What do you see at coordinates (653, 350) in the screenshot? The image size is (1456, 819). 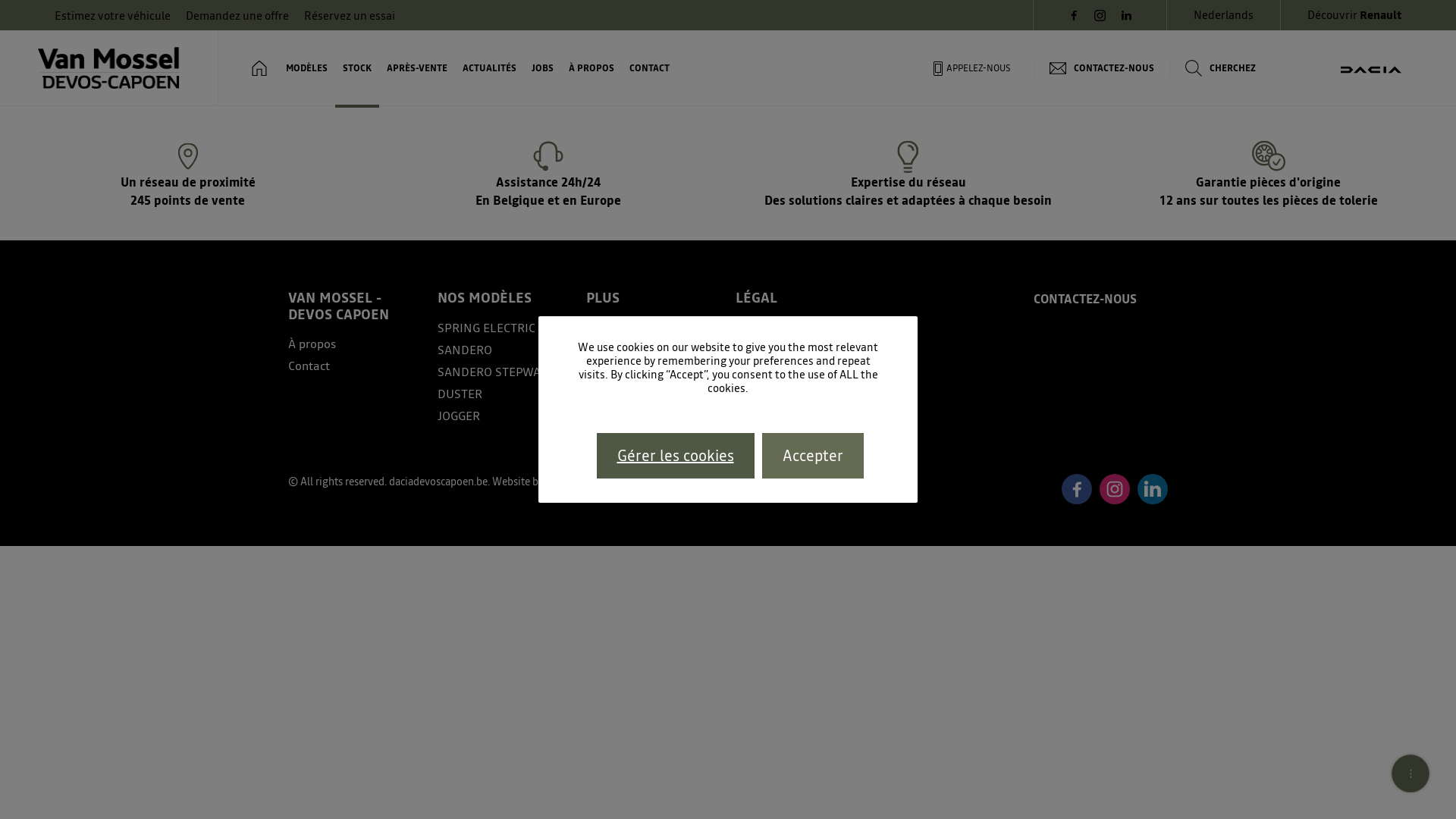 I see `'Configurateur'` at bounding box center [653, 350].